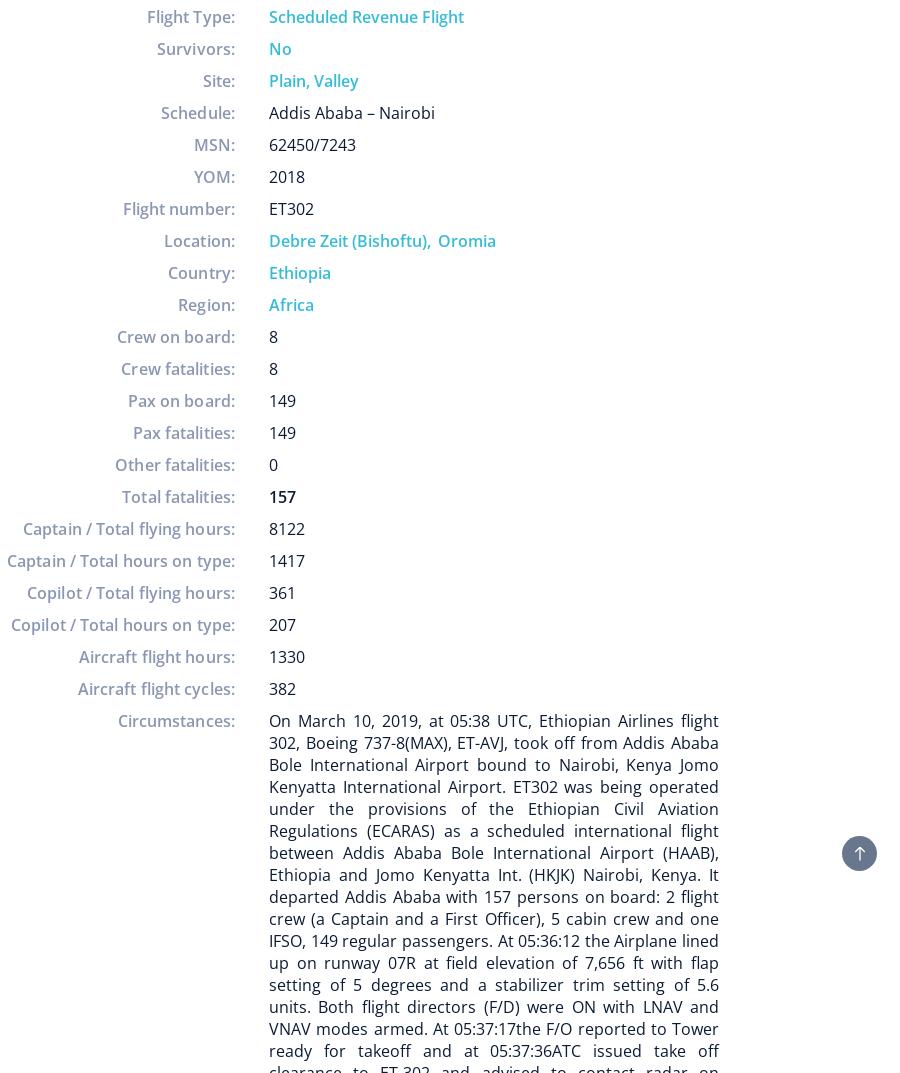 The image size is (900, 1073). Describe the element at coordinates (281, 593) in the screenshot. I see `'361'` at that location.